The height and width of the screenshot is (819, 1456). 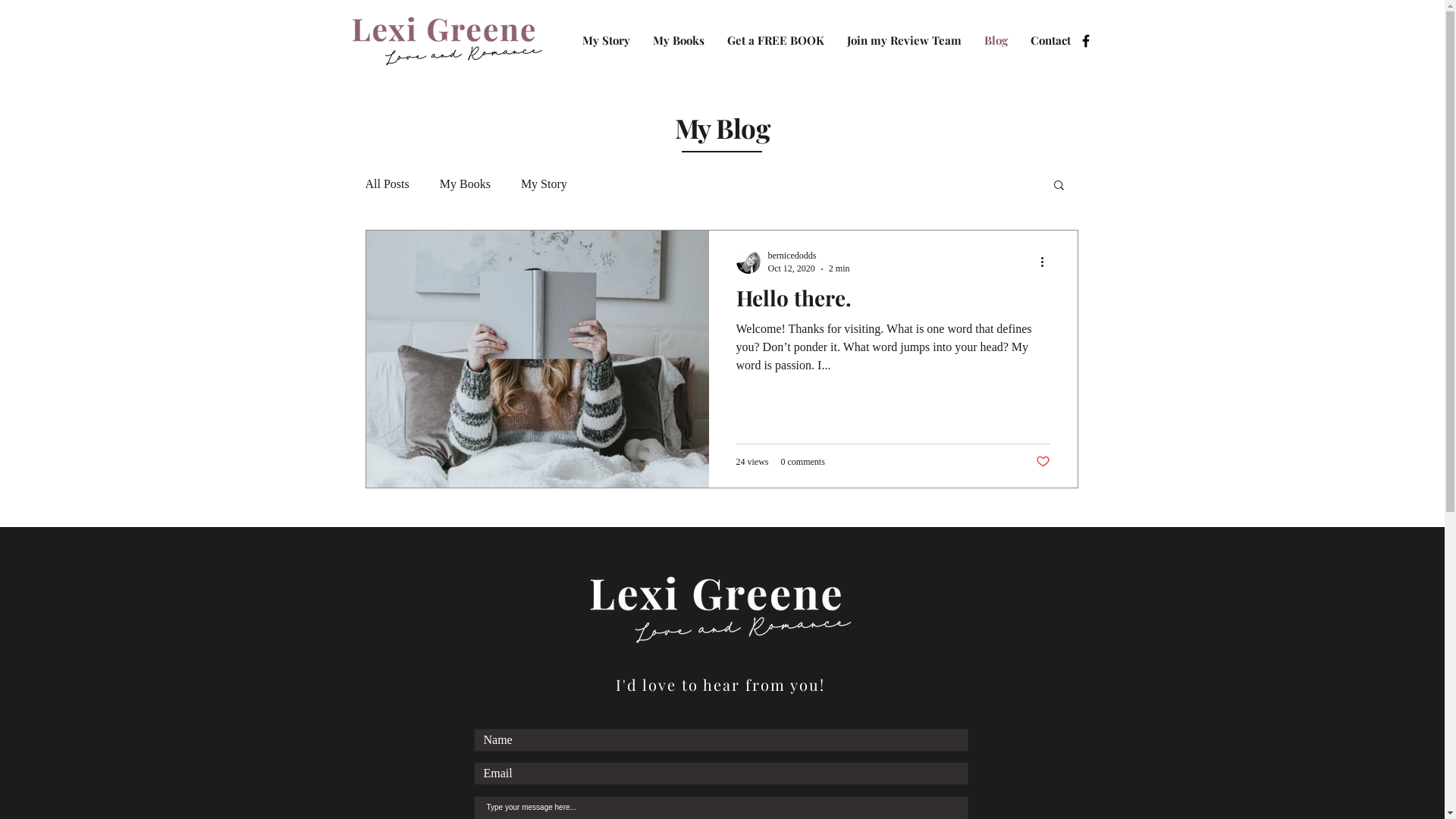 What do you see at coordinates (1042, 461) in the screenshot?
I see `'Post not marked as liked'` at bounding box center [1042, 461].